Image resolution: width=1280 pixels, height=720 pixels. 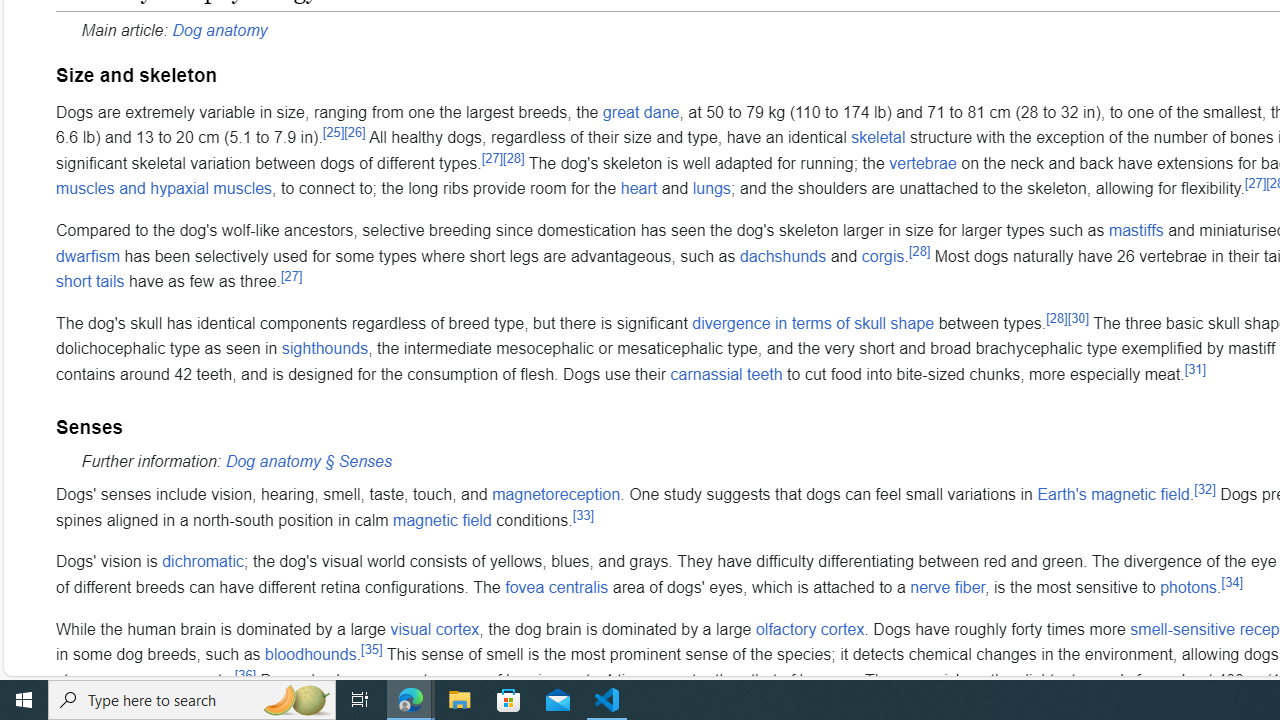 I want to click on 'carnassial teeth', so click(x=725, y=374).